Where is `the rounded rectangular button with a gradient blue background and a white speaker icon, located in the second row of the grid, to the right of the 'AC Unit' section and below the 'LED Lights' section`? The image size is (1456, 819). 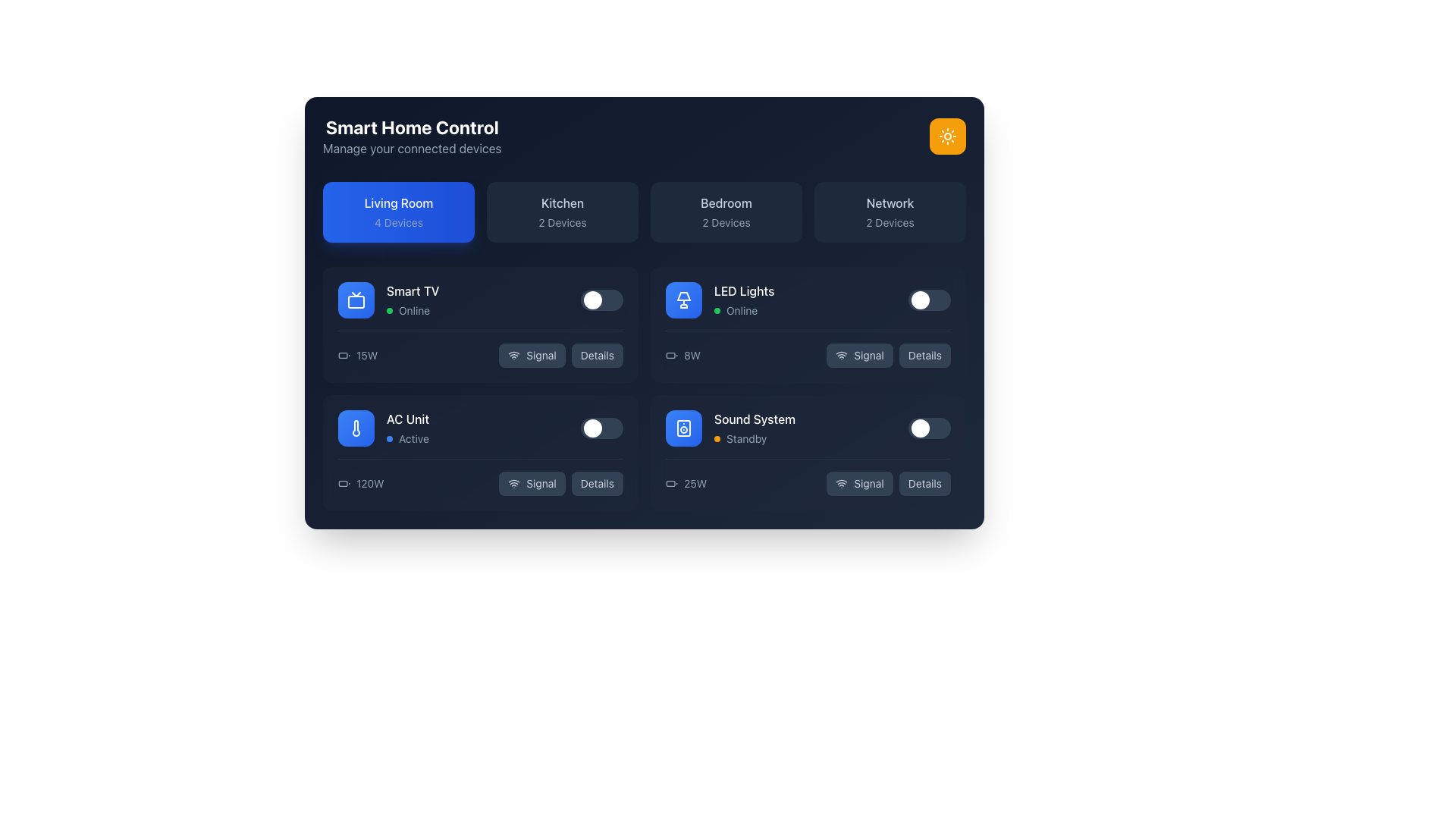
the rounded rectangular button with a gradient blue background and a white speaker icon, located in the second row of the grid, to the right of the 'AC Unit' section and below the 'LED Lights' section is located at coordinates (683, 428).